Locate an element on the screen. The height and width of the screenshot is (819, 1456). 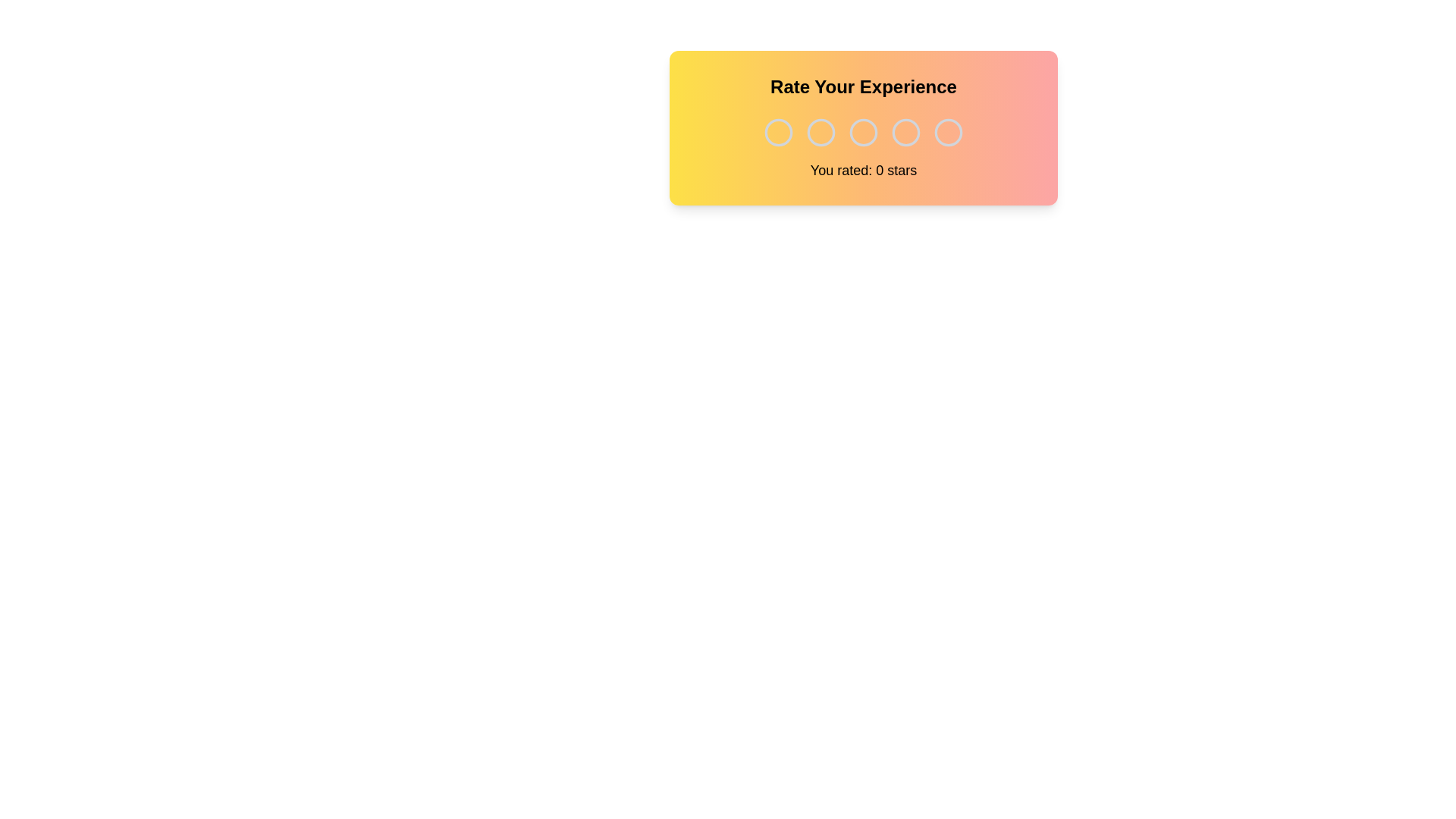
the rating to 5 stars by clicking on the corresponding star is located at coordinates (948, 131).